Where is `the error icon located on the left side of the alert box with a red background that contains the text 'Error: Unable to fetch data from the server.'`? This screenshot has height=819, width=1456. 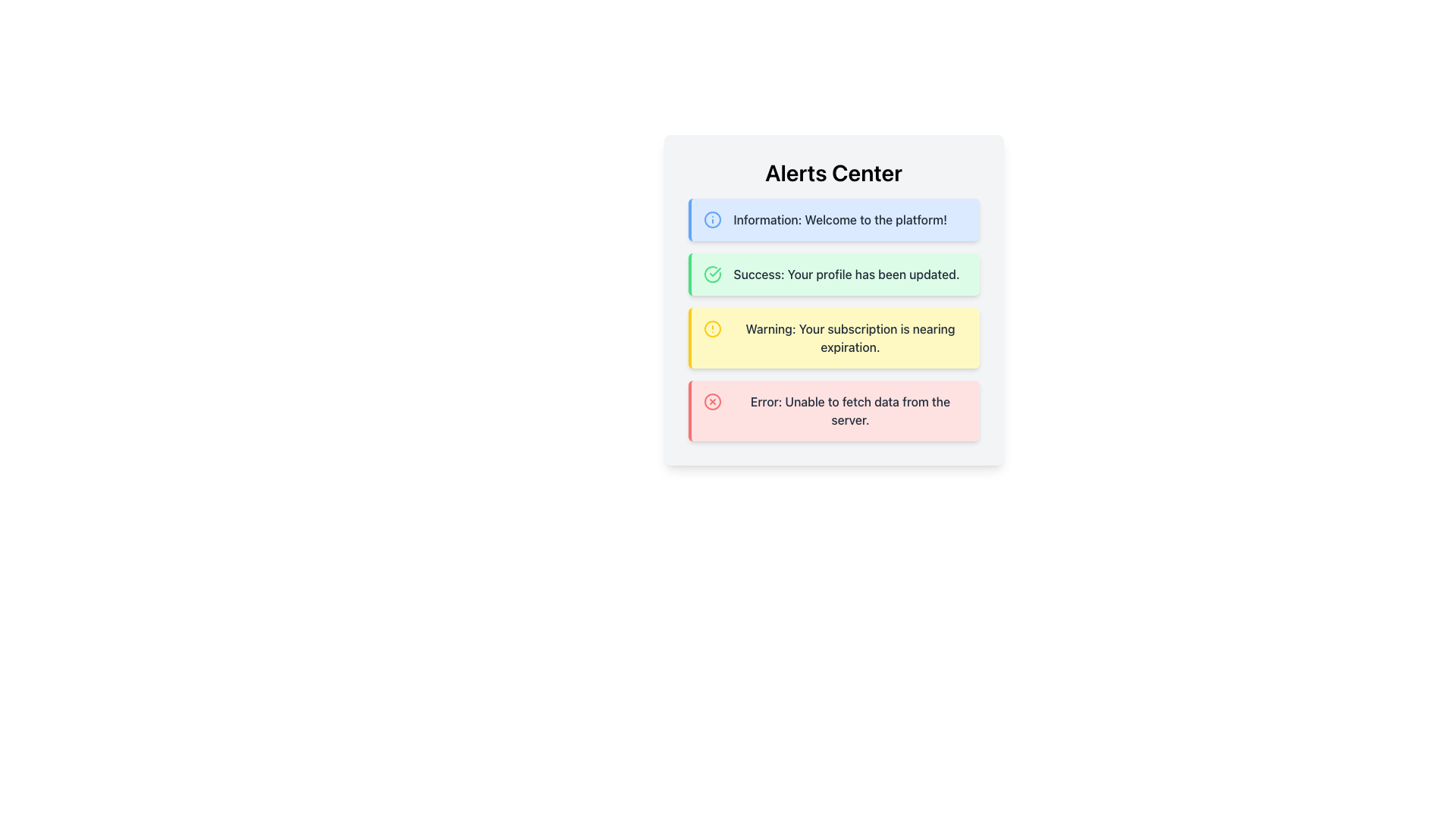 the error icon located on the left side of the alert box with a red background that contains the text 'Error: Unable to fetch data from the server.' is located at coordinates (711, 400).